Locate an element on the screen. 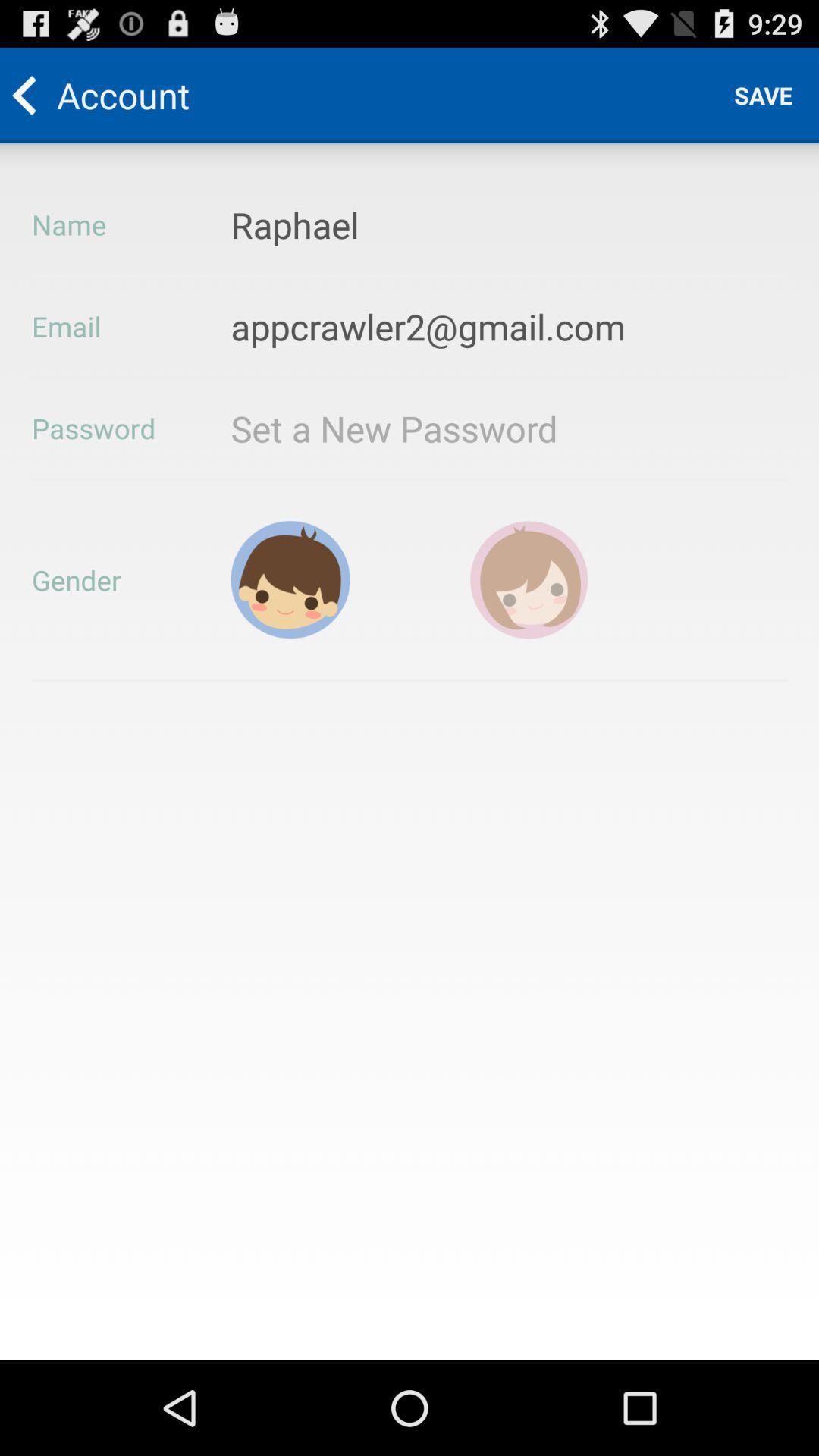  choose gender is located at coordinates (290, 579).